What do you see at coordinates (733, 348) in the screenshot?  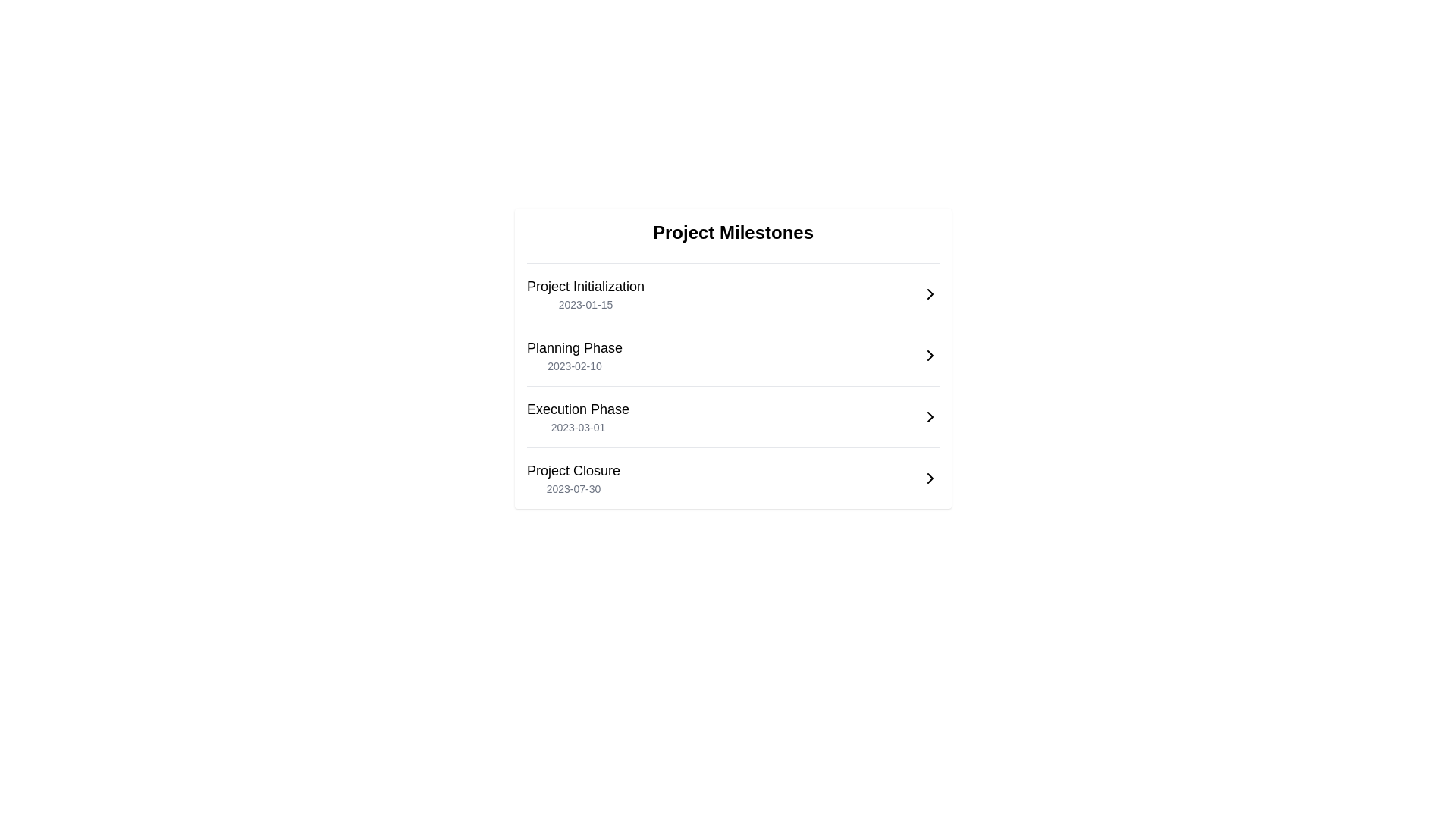 I see `the list item displaying 'Planning Phase' with the date '2023-02-10' and an actionable rightward arrow` at bounding box center [733, 348].